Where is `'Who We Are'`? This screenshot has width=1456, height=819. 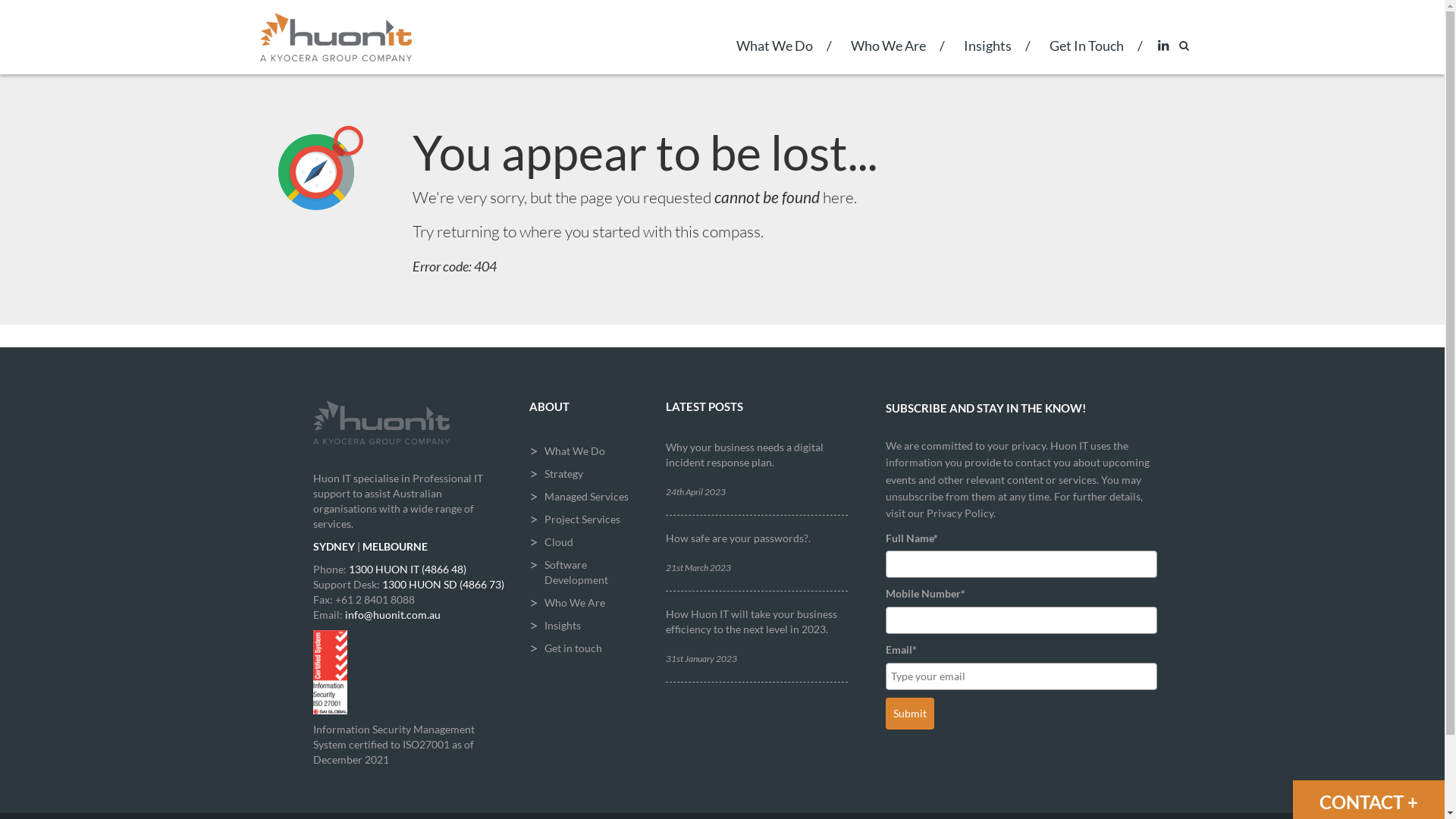
'Who We Are' is located at coordinates (887, 55).